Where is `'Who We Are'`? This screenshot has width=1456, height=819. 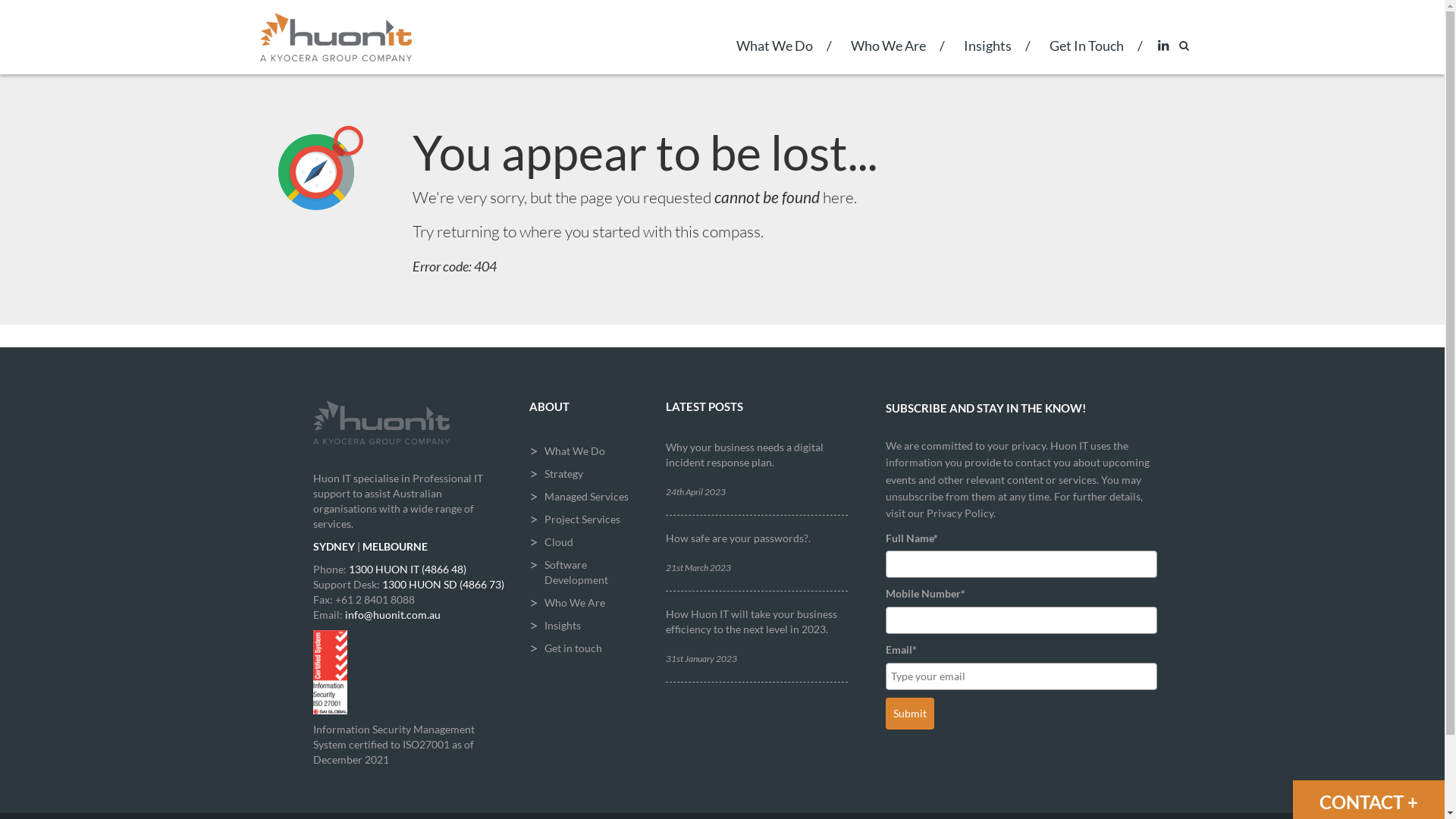
'Who We Are' is located at coordinates (887, 55).